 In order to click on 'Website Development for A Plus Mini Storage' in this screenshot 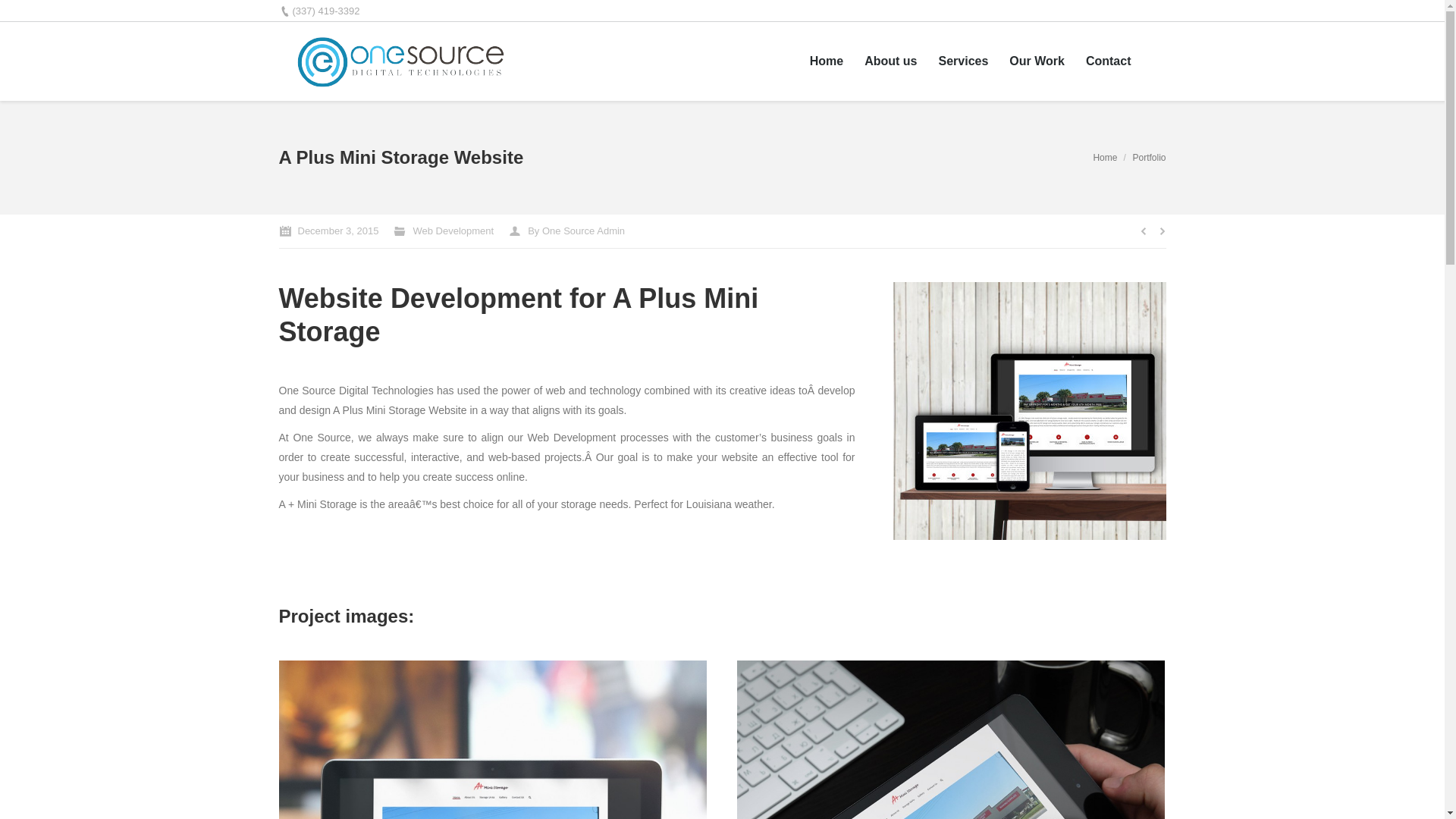, I will do `click(519, 314)`.